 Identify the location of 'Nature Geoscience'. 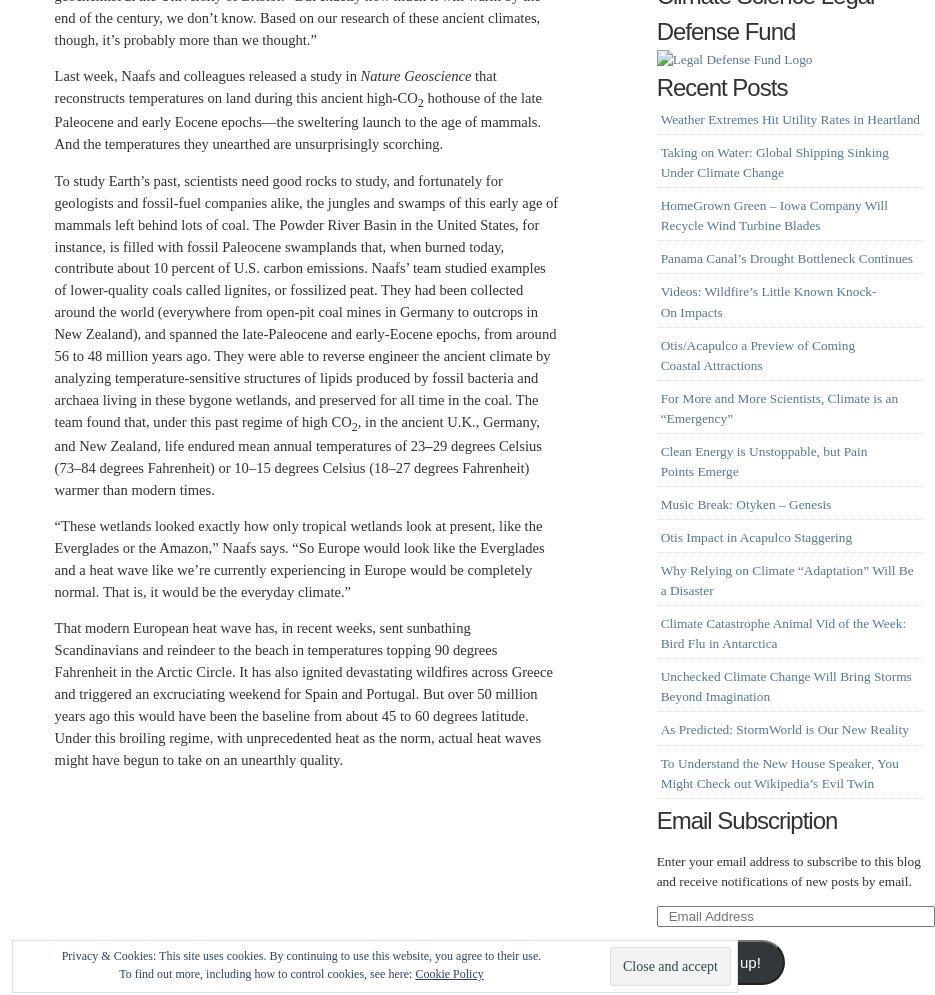
(415, 75).